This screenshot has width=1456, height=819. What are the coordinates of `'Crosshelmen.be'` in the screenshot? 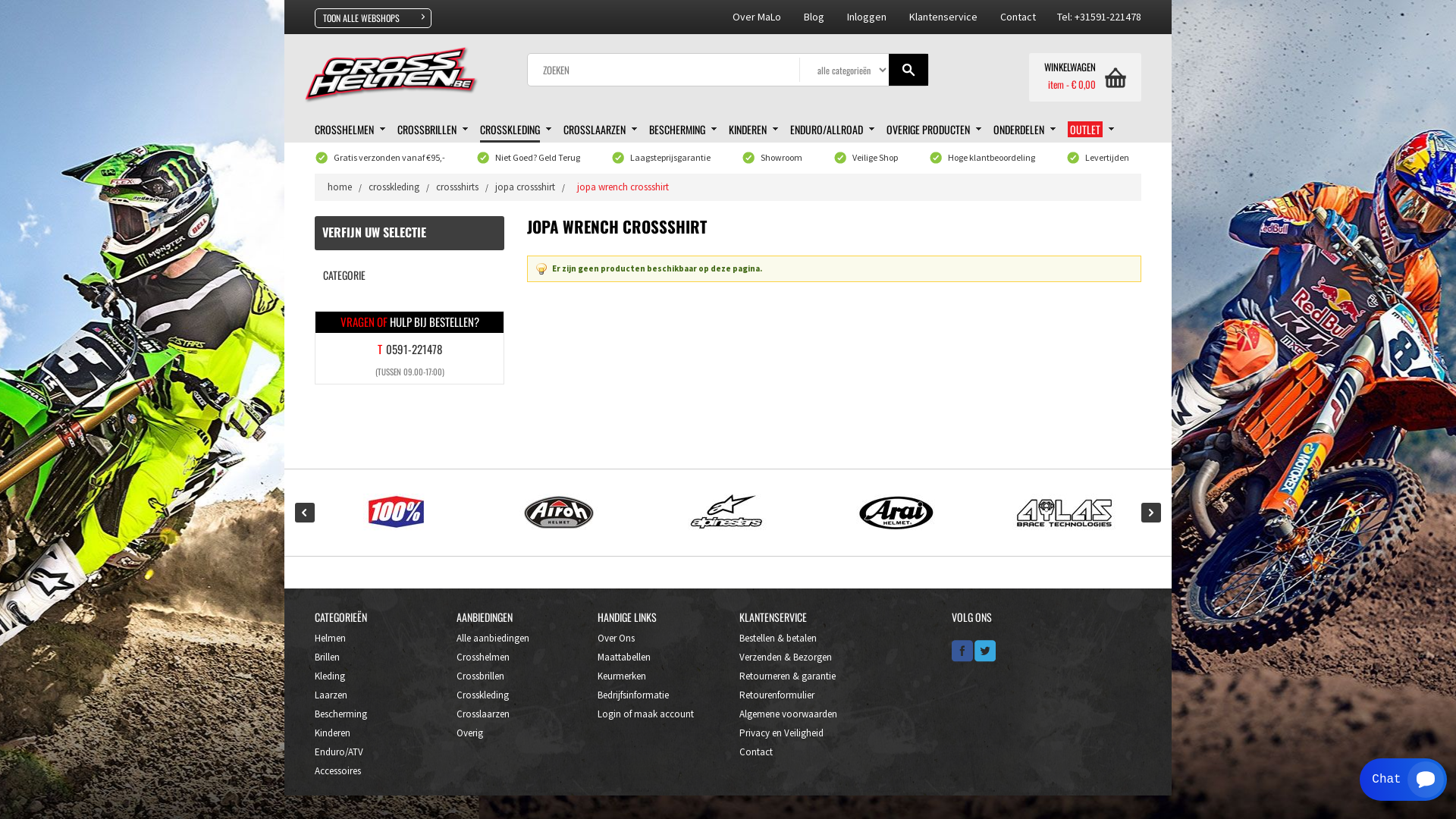 It's located at (403, 80).